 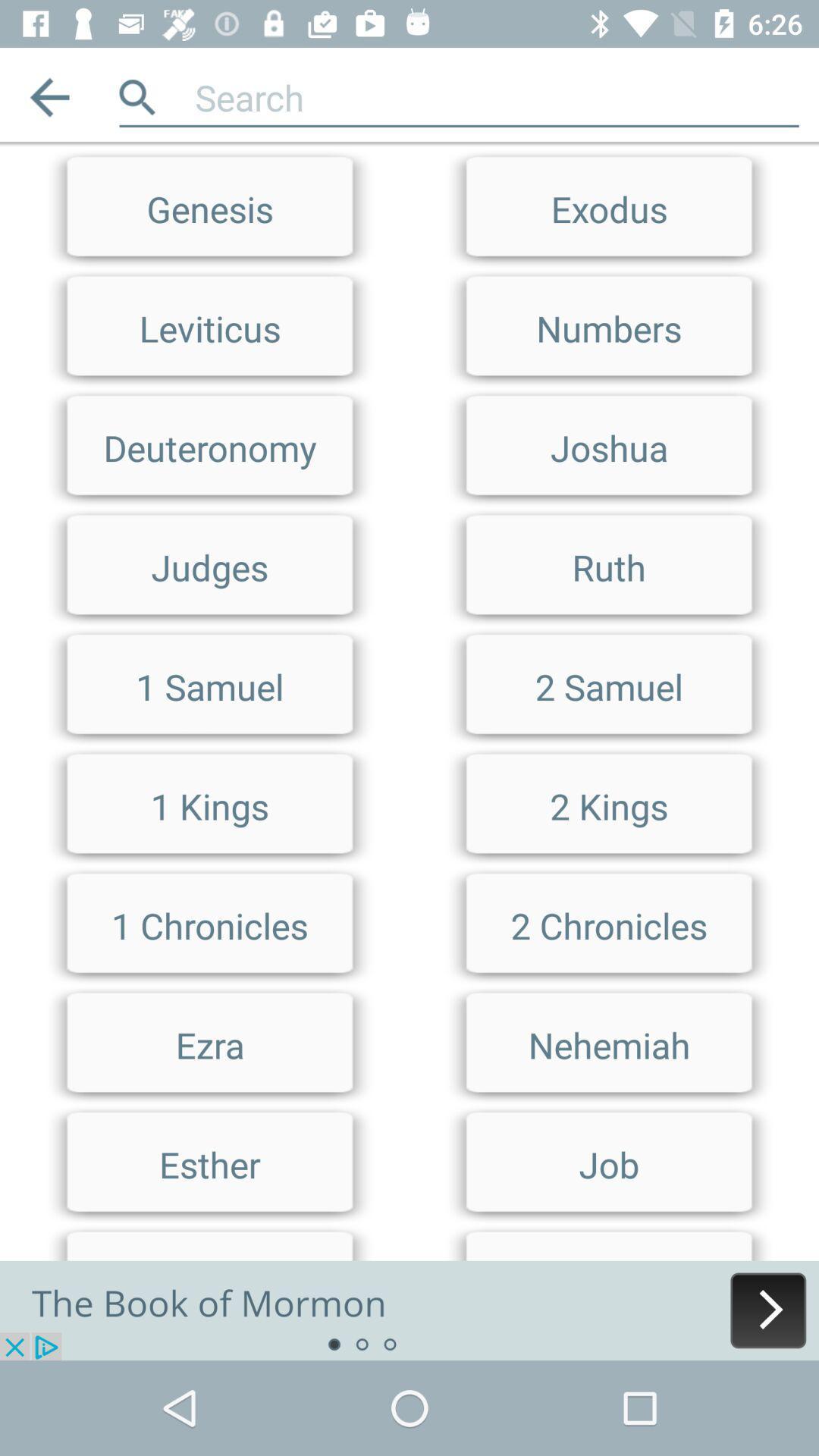 I want to click on share the article, so click(x=409, y=1310).